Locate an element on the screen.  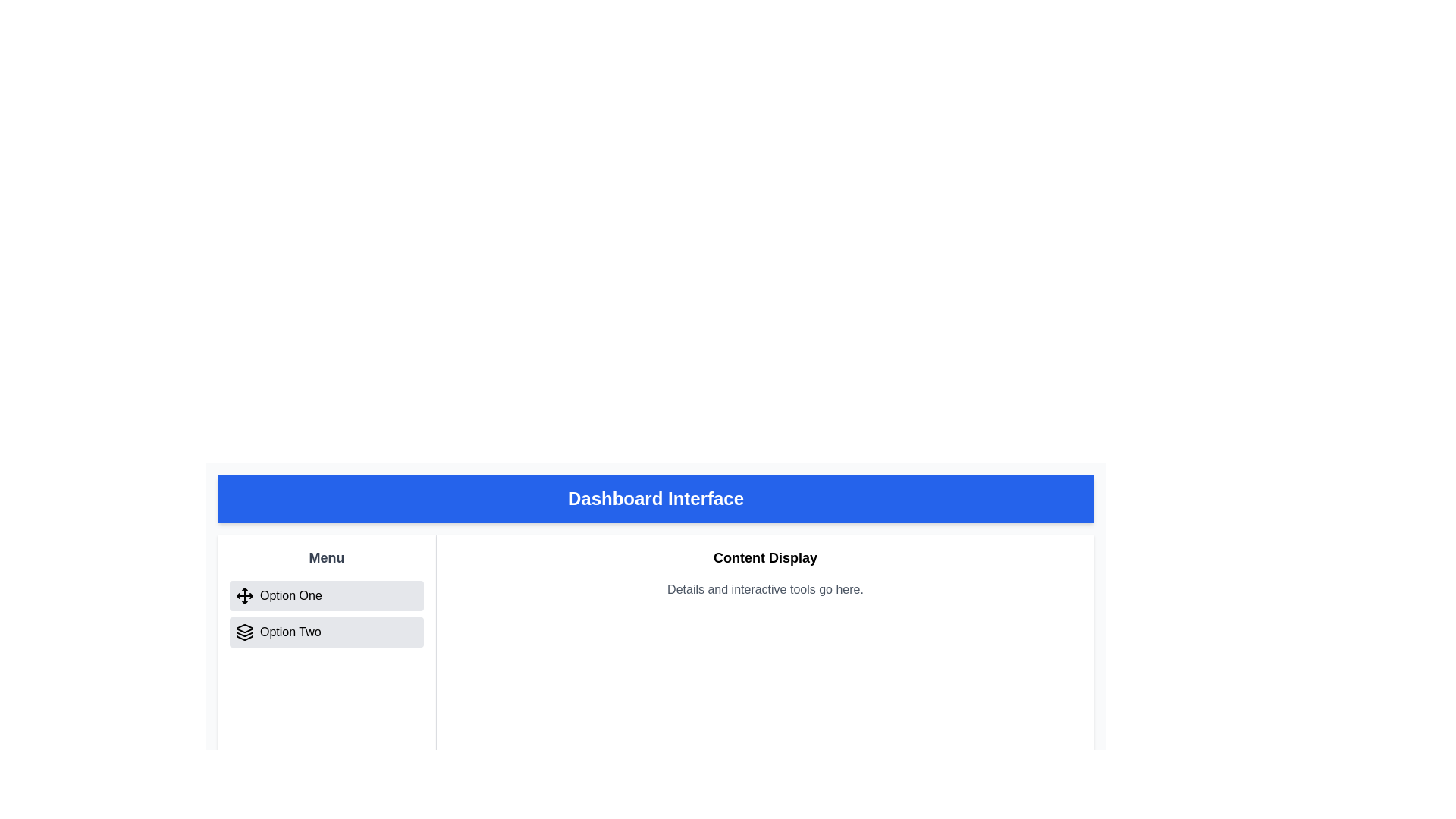
the third icon in the left-hand menu area under the 'Menu' header, visually associated with the 'Option Two' item is located at coordinates (244, 638).